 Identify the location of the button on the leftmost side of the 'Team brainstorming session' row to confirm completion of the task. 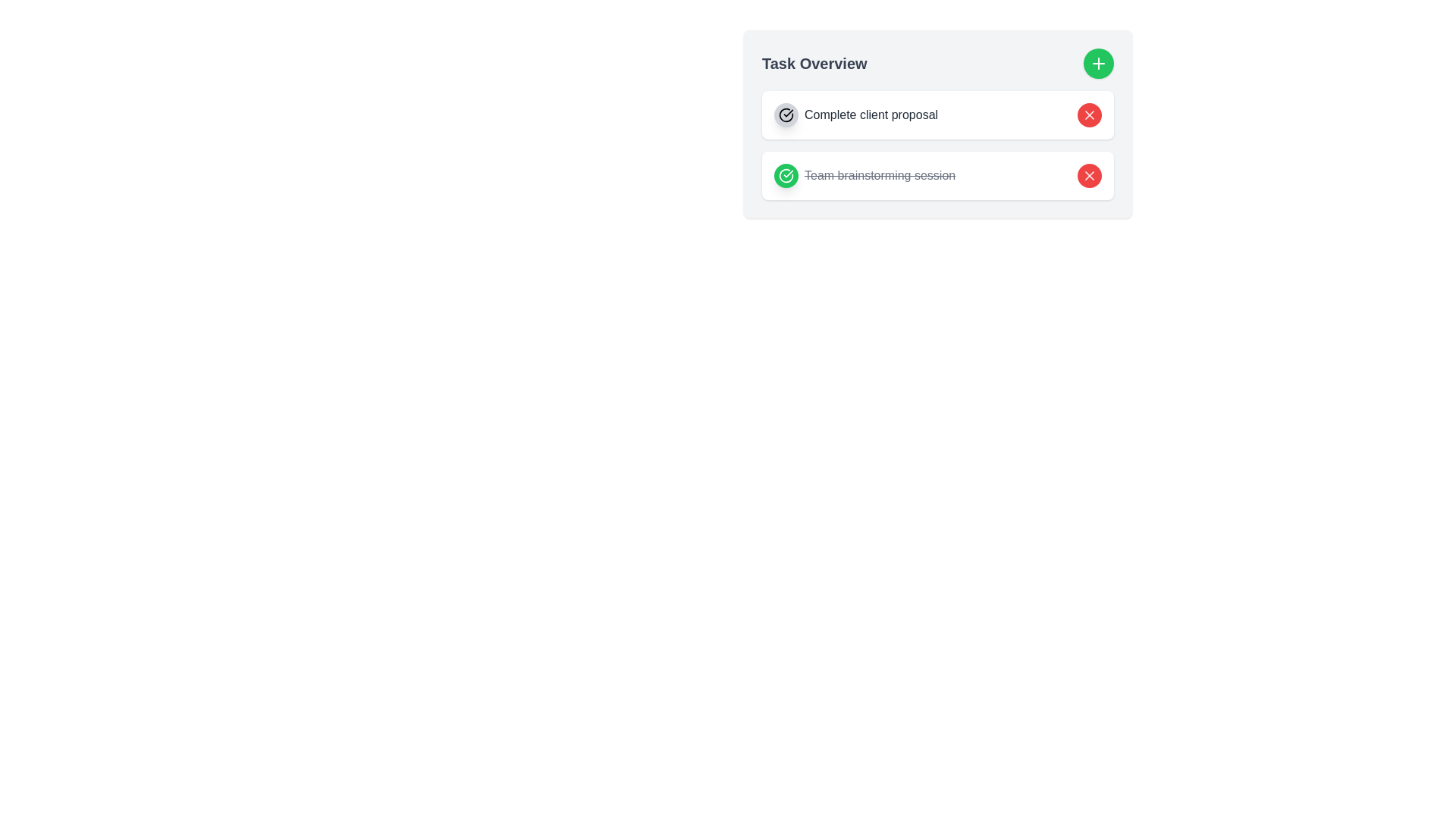
(786, 174).